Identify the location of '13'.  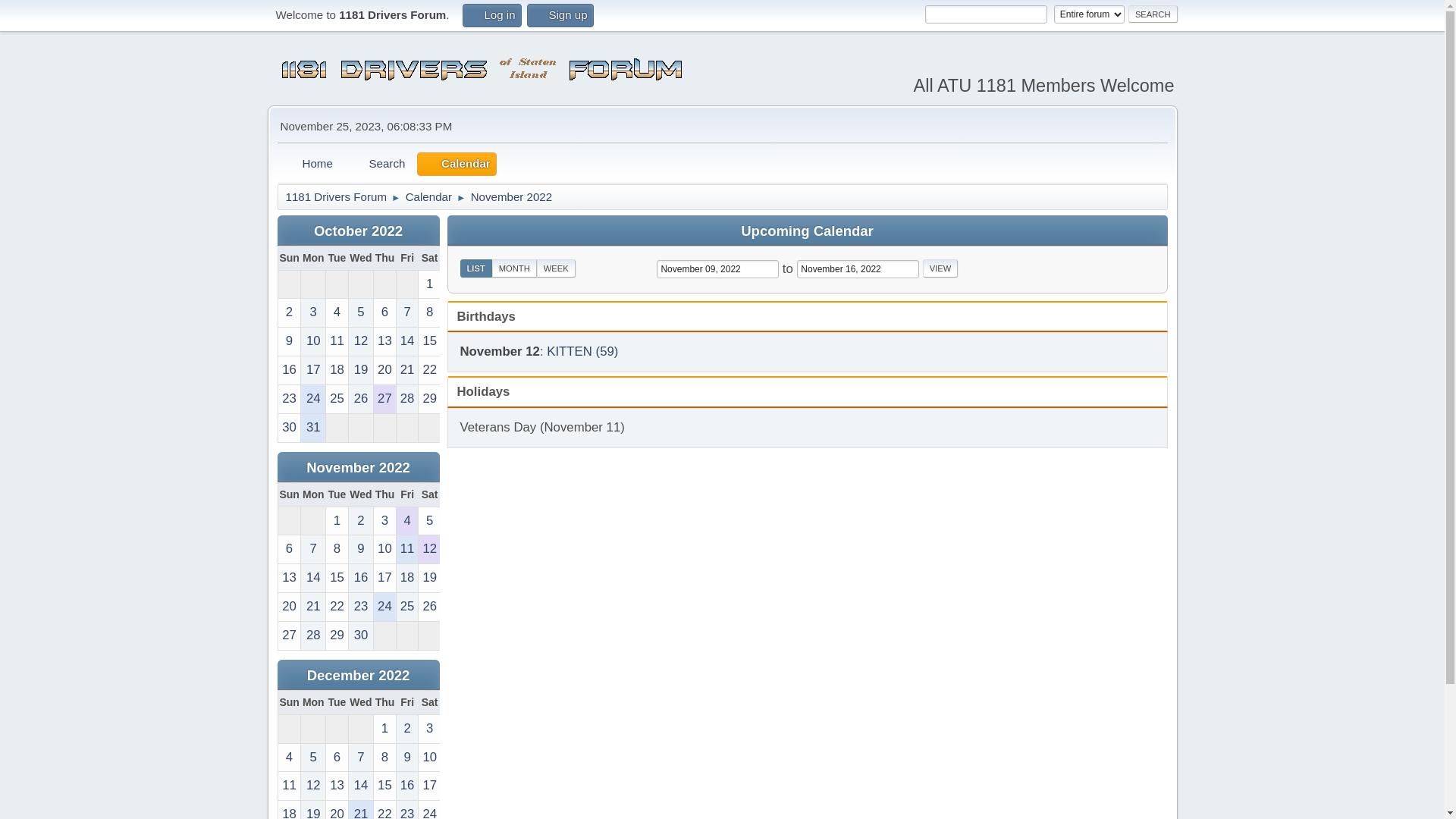
(384, 341).